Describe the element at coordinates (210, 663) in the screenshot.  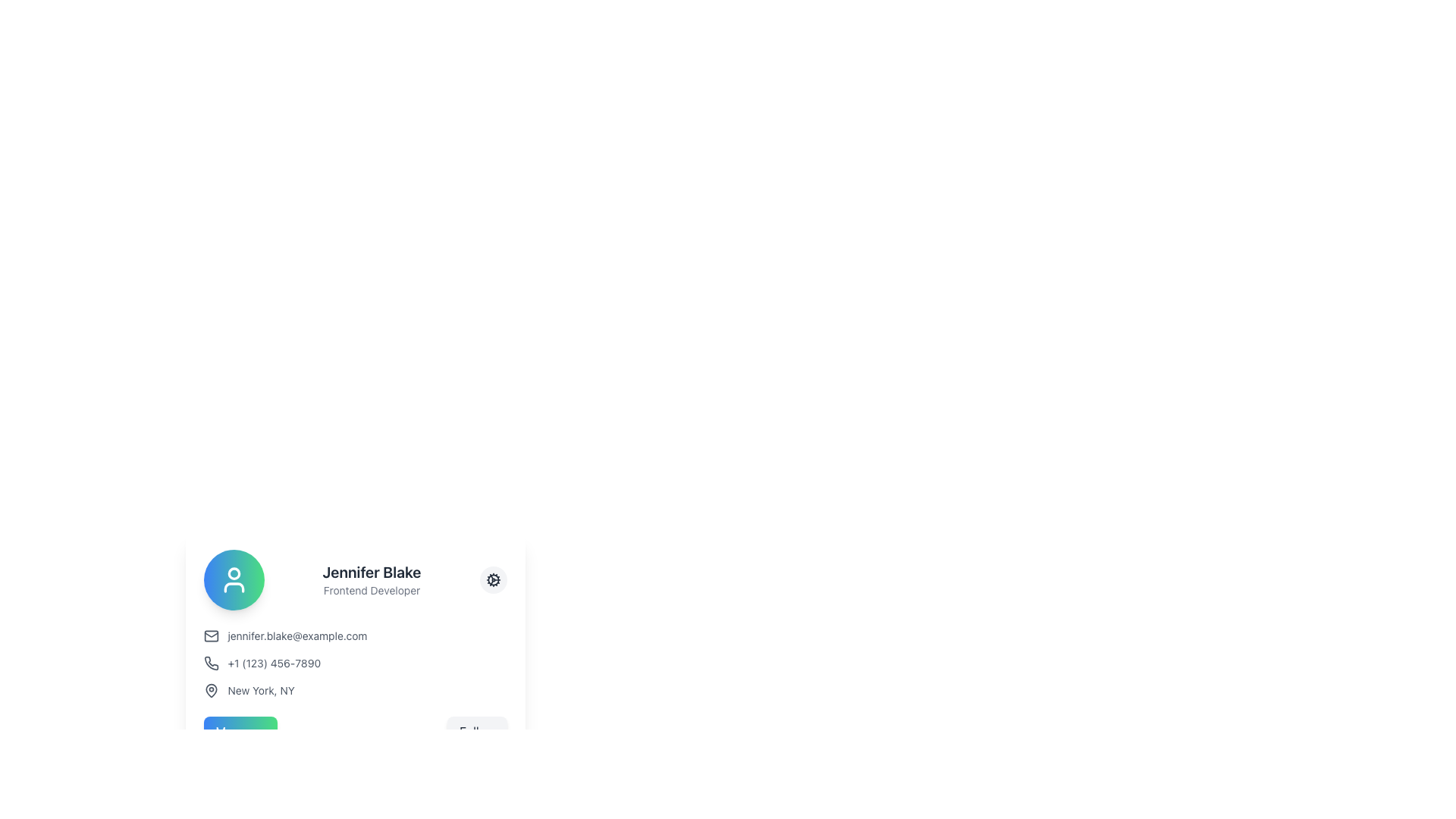
I see `the phone icon located to the left of the text '+1 (123) 456-7890' in the contact detail row of the user profile card interface` at that location.